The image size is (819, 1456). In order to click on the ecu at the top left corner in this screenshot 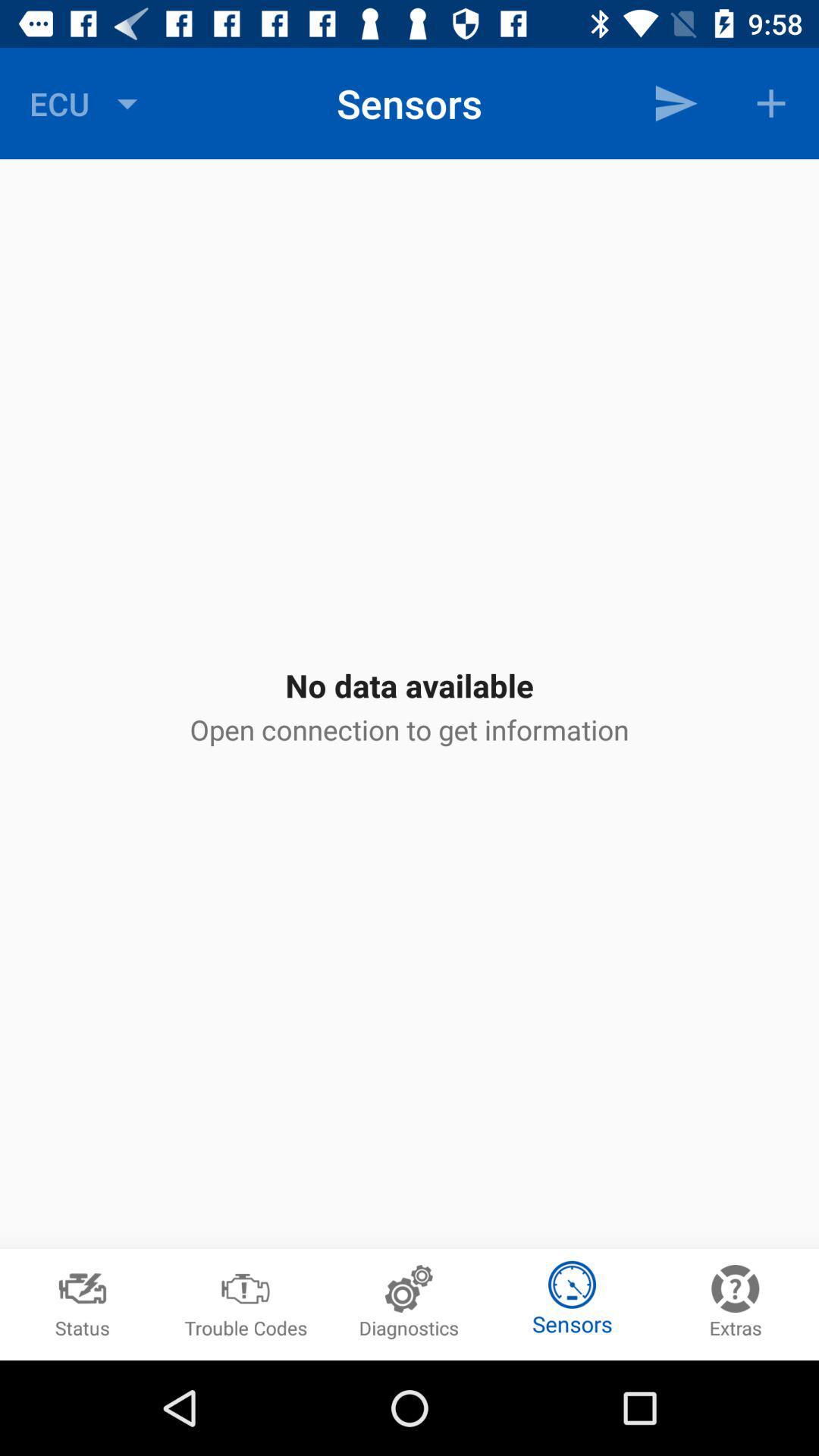, I will do `click(87, 102)`.